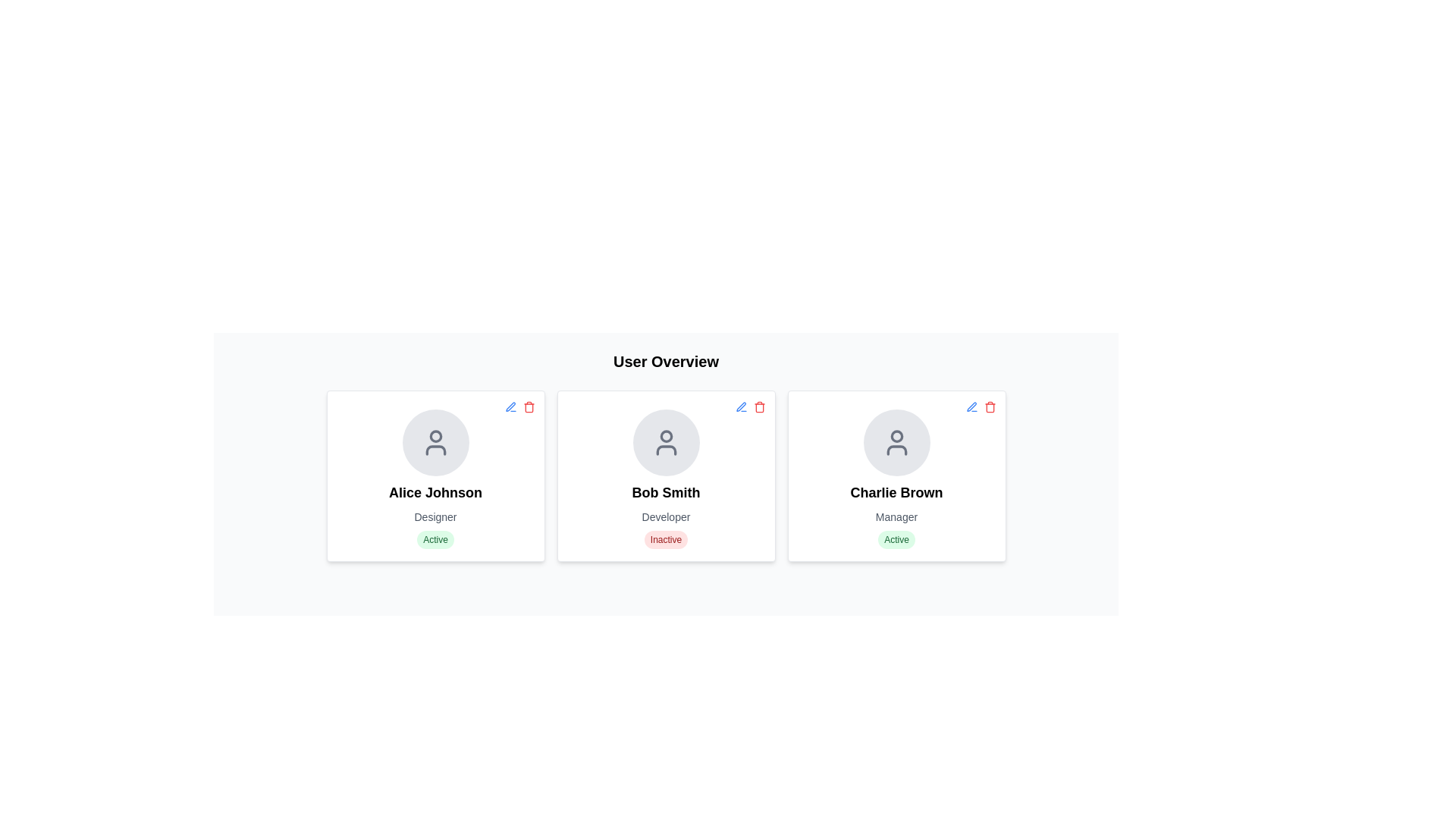 This screenshot has height=819, width=1456. Describe the element at coordinates (510, 406) in the screenshot. I see `the blue pen-shaped icon located at the top right of the card for 'Alice Johnson'` at that location.